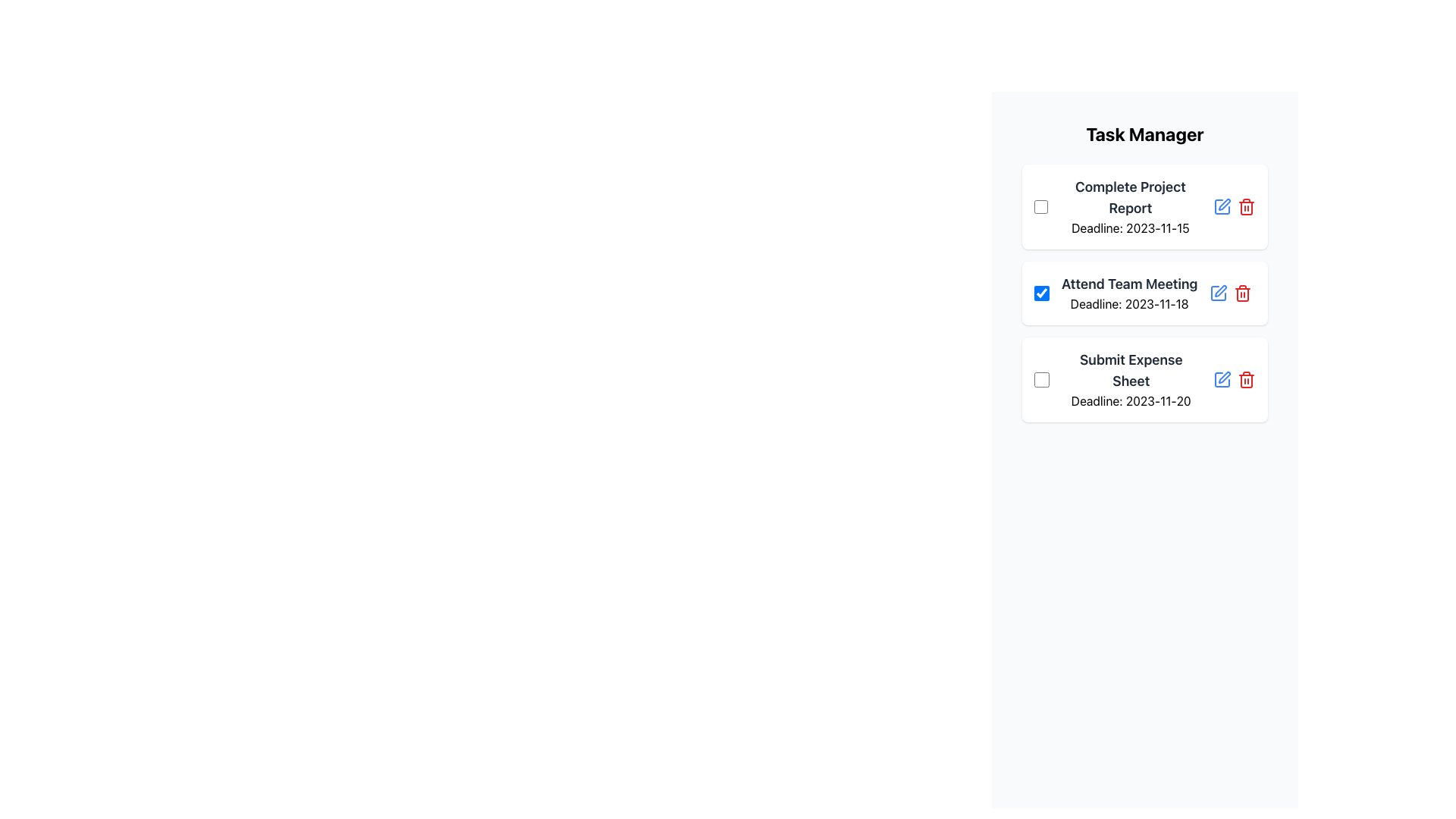 The height and width of the screenshot is (819, 1456). I want to click on the red trash can icon located at the right end of the task labeled 'Complete Project Report', so click(1234, 207).